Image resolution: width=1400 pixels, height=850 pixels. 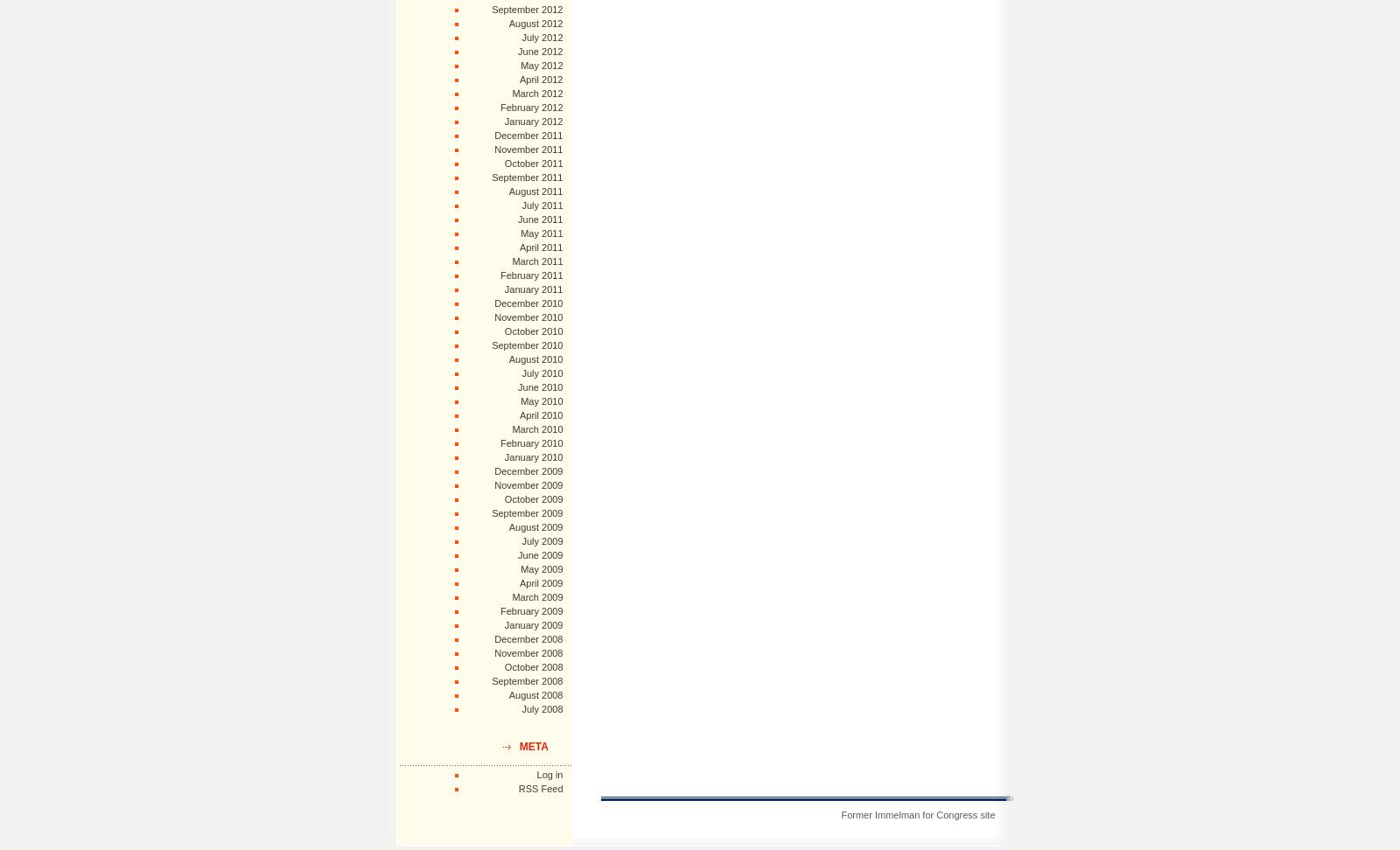 What do you see at coordinates (527, 345) in the screenshot?
I see `'September 2010'` at bounding box center [527, 345].